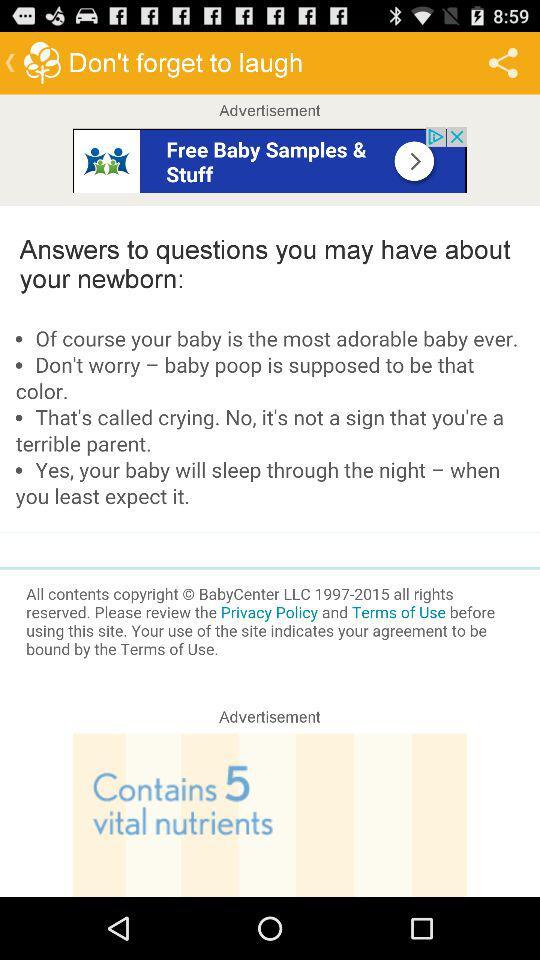 This screenshot has width=540, height=960. Describe the element at coordinates (270, 815) in the screenshot. I see `advertisement banner click to open content` at that location.